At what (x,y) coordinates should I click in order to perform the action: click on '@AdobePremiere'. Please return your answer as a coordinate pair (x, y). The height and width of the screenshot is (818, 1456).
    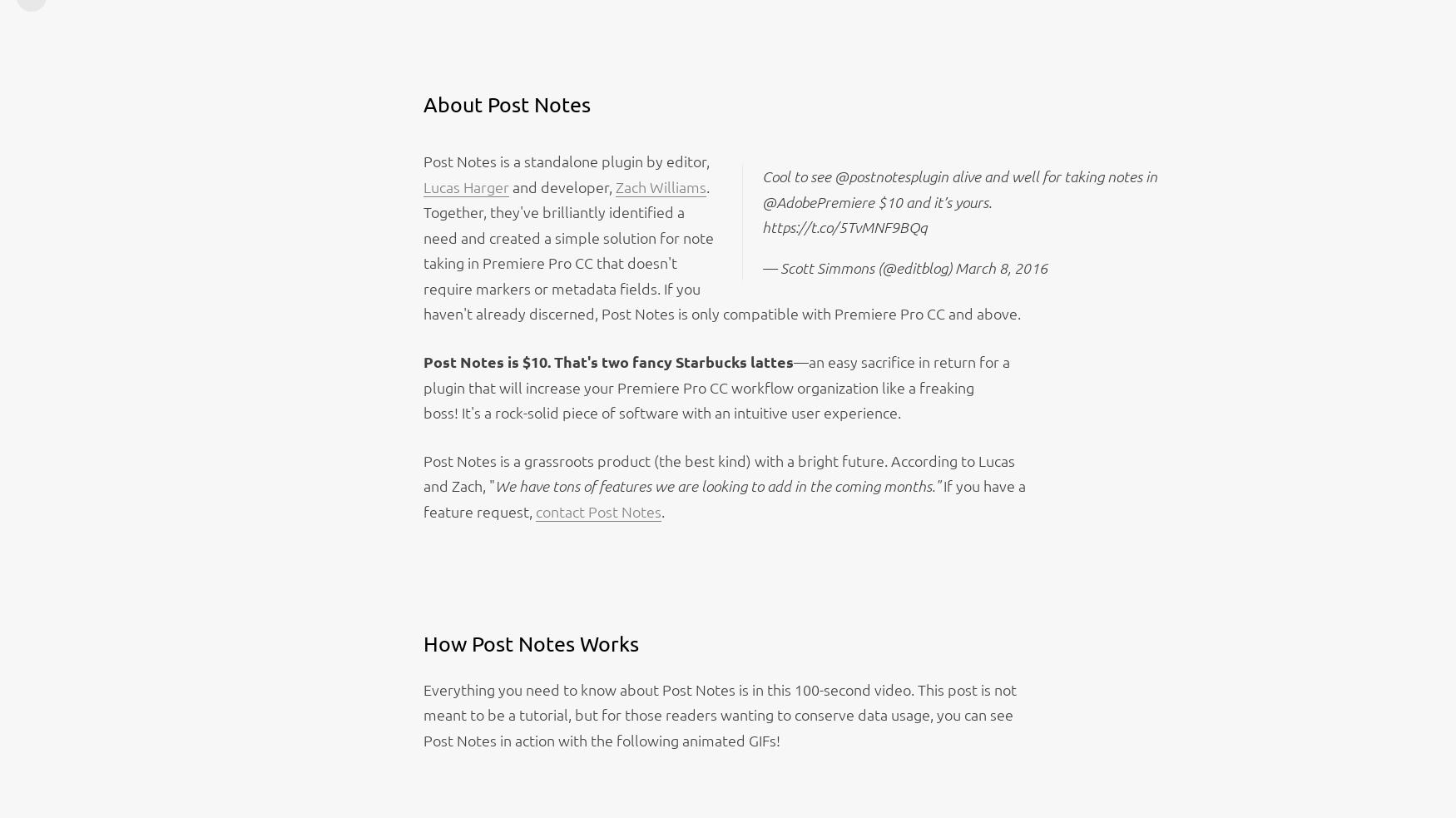
    Looking at the image, I should click on (760, 201).